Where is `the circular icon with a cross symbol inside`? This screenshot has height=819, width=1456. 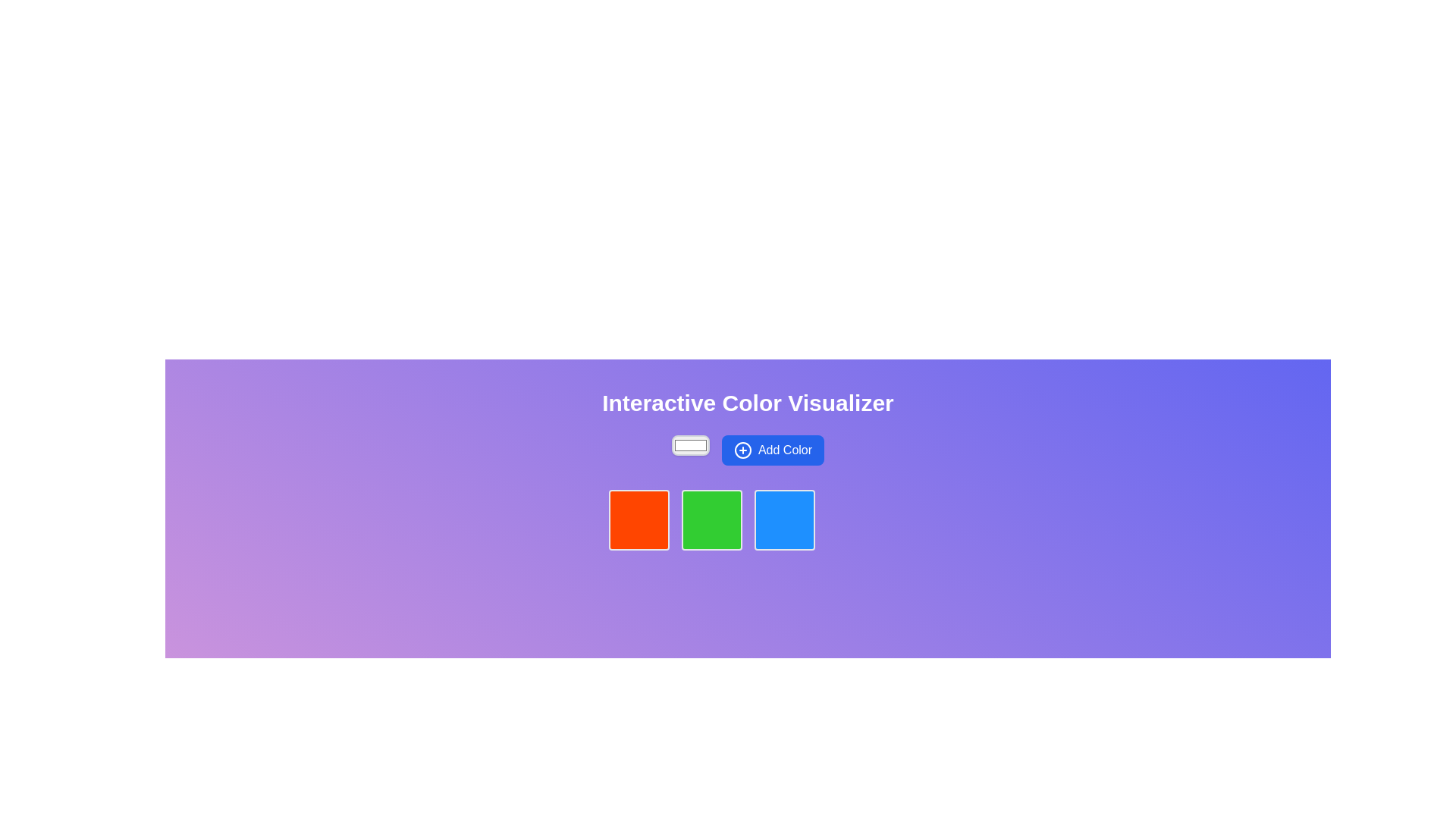
the circular icon with a cross symbol inside is located at coordinates (742, 450).